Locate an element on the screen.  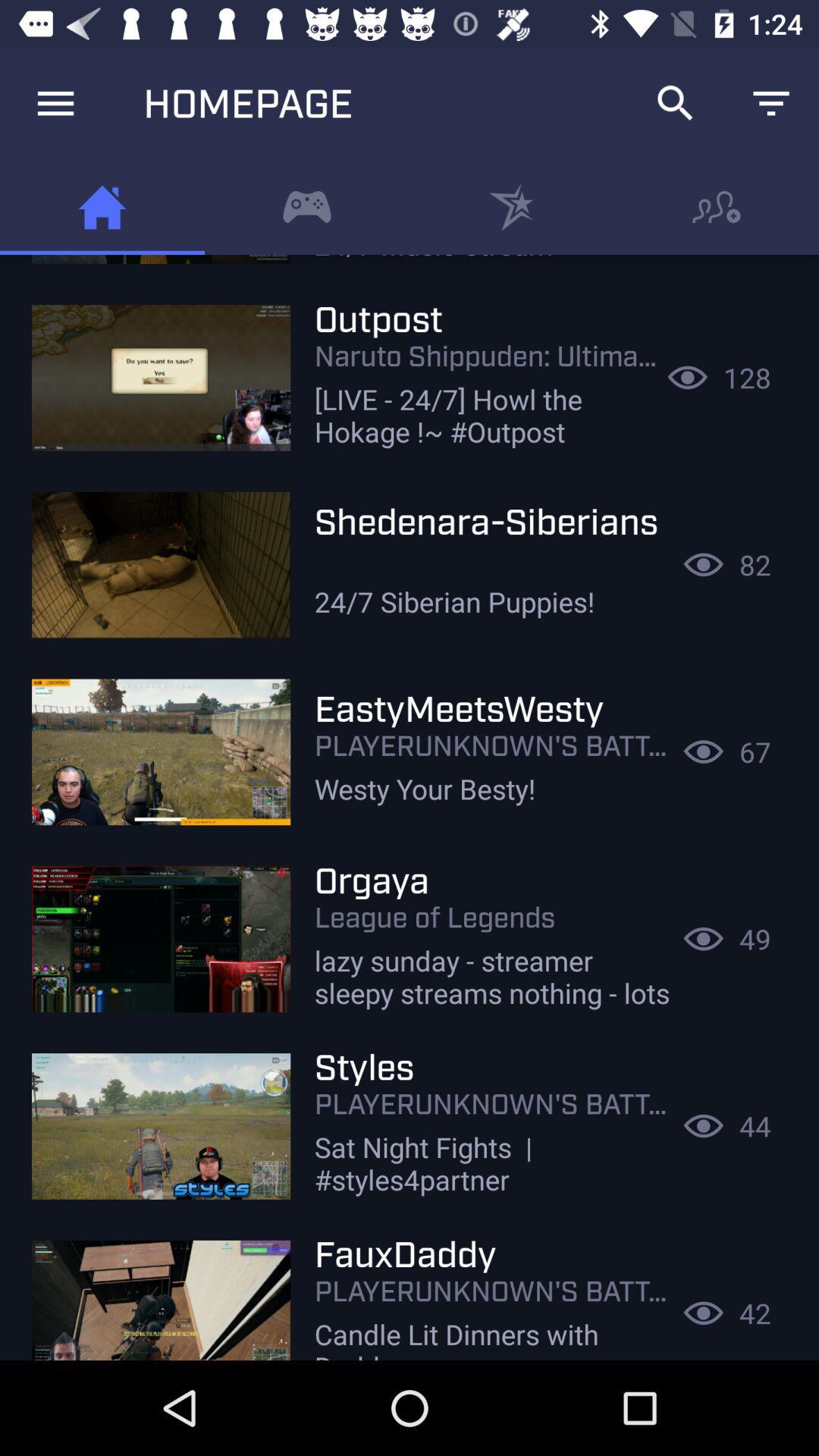
icon next to homepage item is located at coordinates (675, 102).